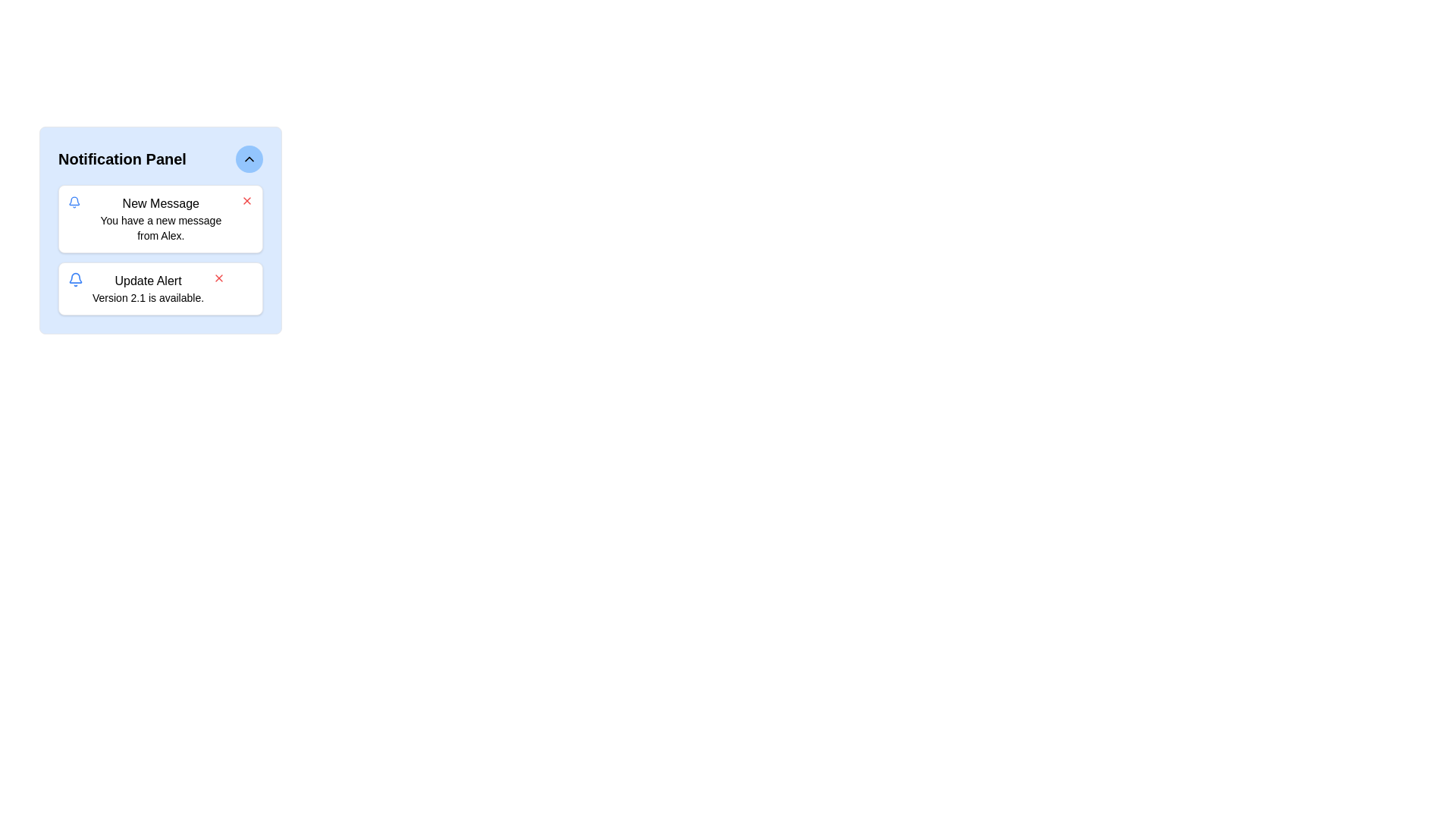 This screenshot has height=819, width=1456. What do you see at coordinates (161, 203) in the screenshot?
I see `text of the primary heading of the first notification item in the Notification Panel, located above the message from Alex` at bounding box center [161, 203].